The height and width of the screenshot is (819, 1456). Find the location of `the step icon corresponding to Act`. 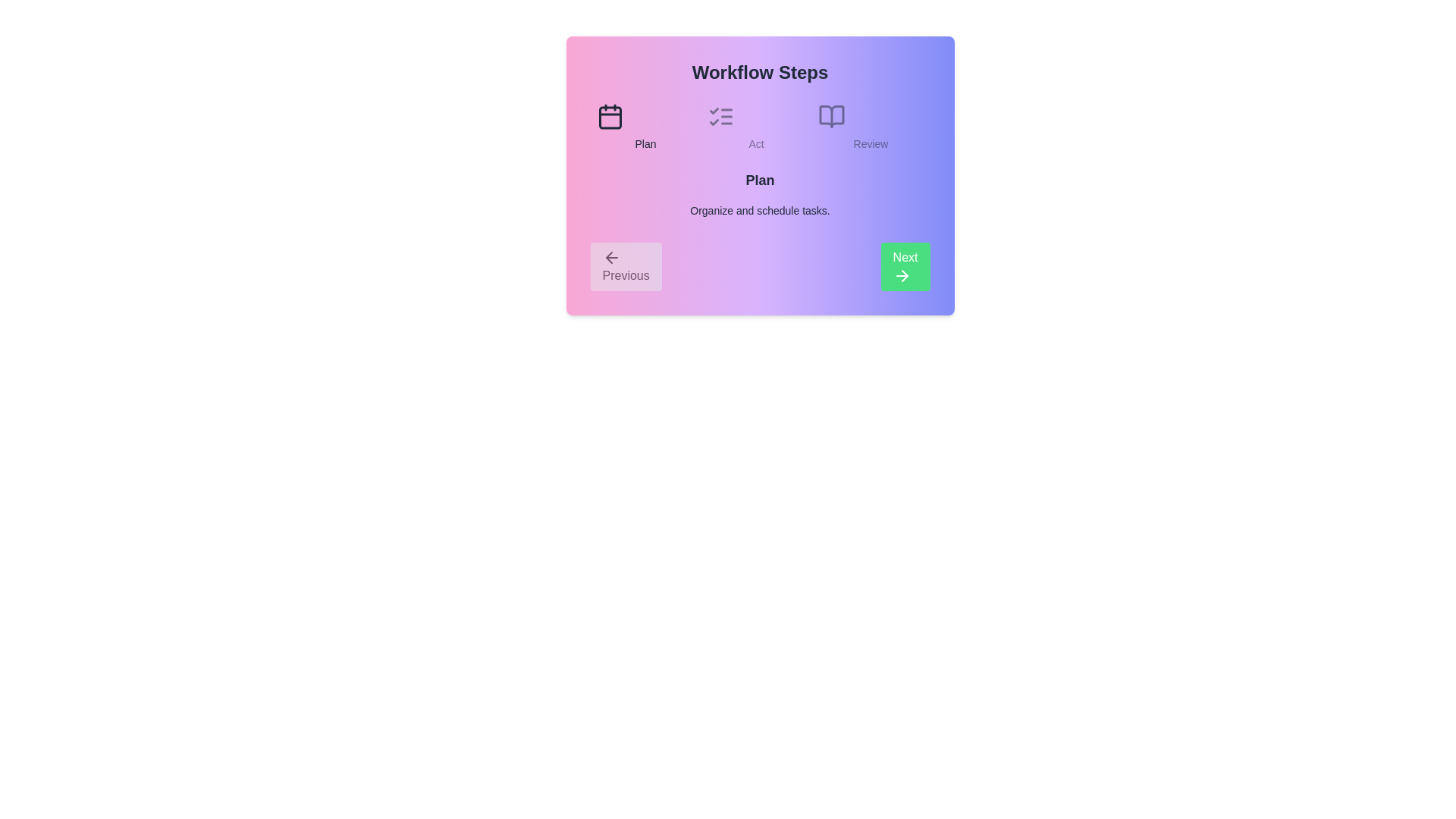

the step icon corresponding to Act is located at coordinates (720, 116).